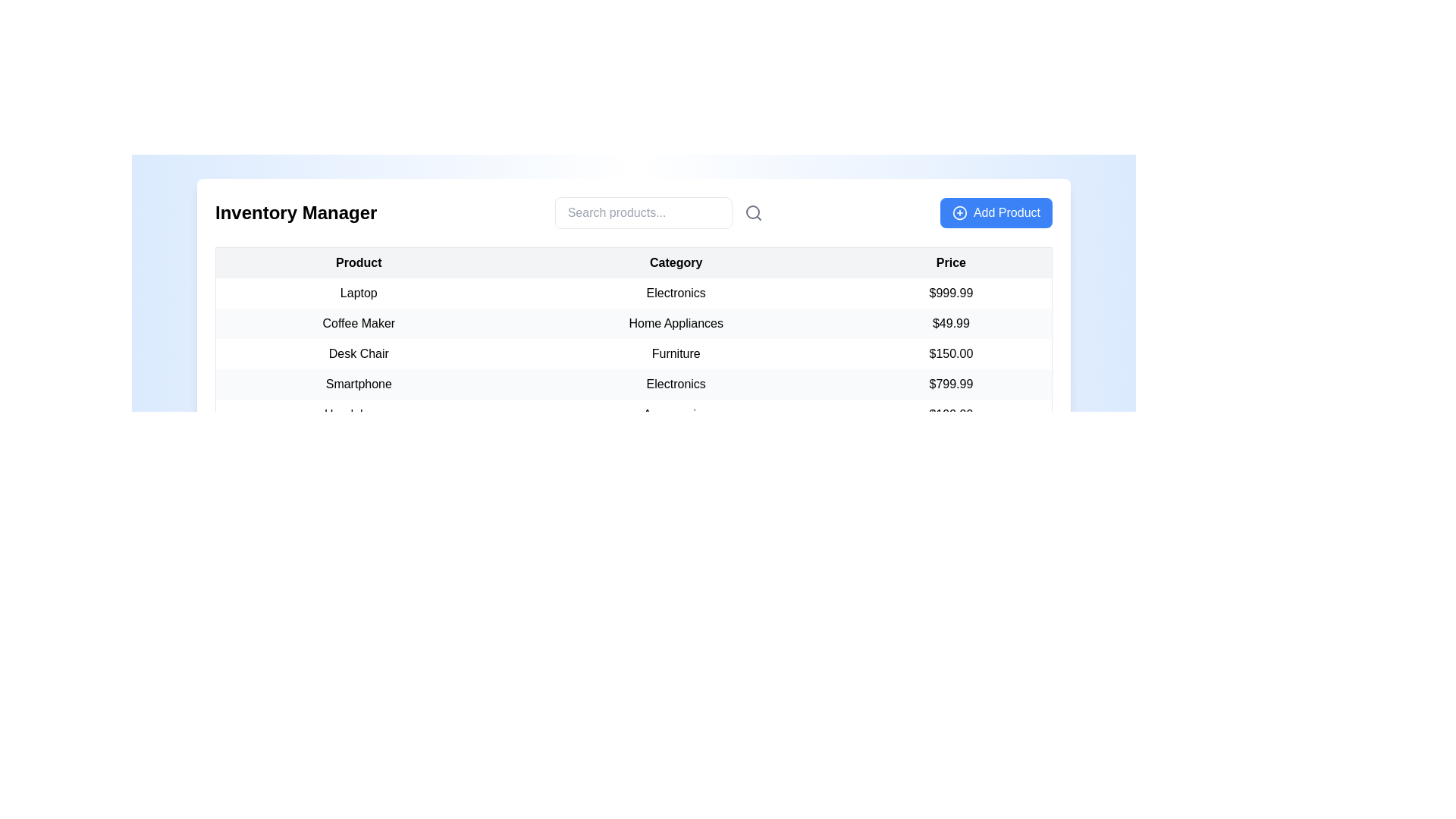  Describe the element at coordinates (633, 353) in the screenshot. I see `the third row of the inventory table, which is positioned between the 'Coffee Maker' and 'Smartphone' entries and spans the full width of the table` at that location.